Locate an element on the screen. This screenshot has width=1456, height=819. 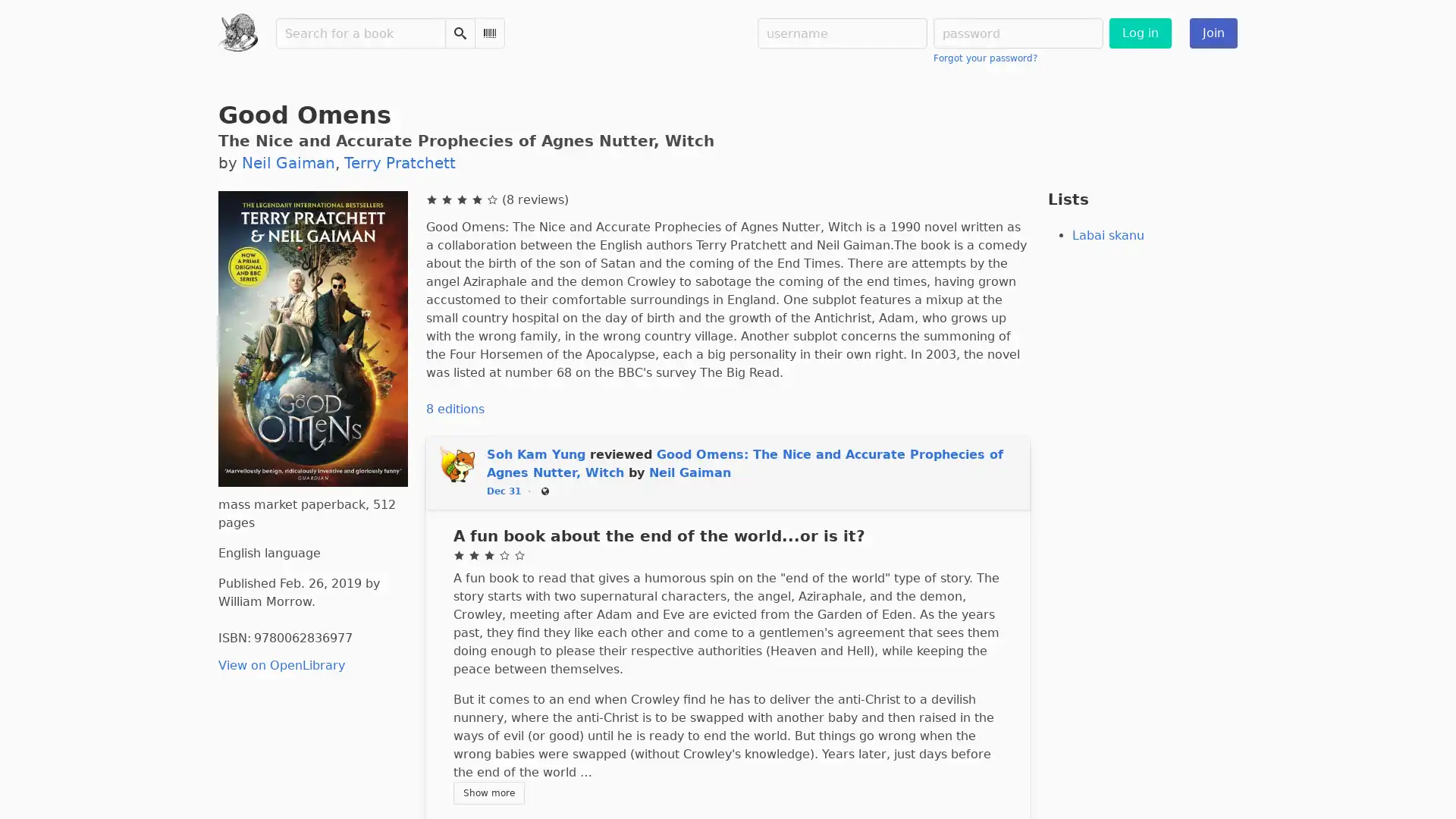
Good Omens (Paperback, 2019, William Morrow) Click to enlarge is located at coordinates (312, 337).